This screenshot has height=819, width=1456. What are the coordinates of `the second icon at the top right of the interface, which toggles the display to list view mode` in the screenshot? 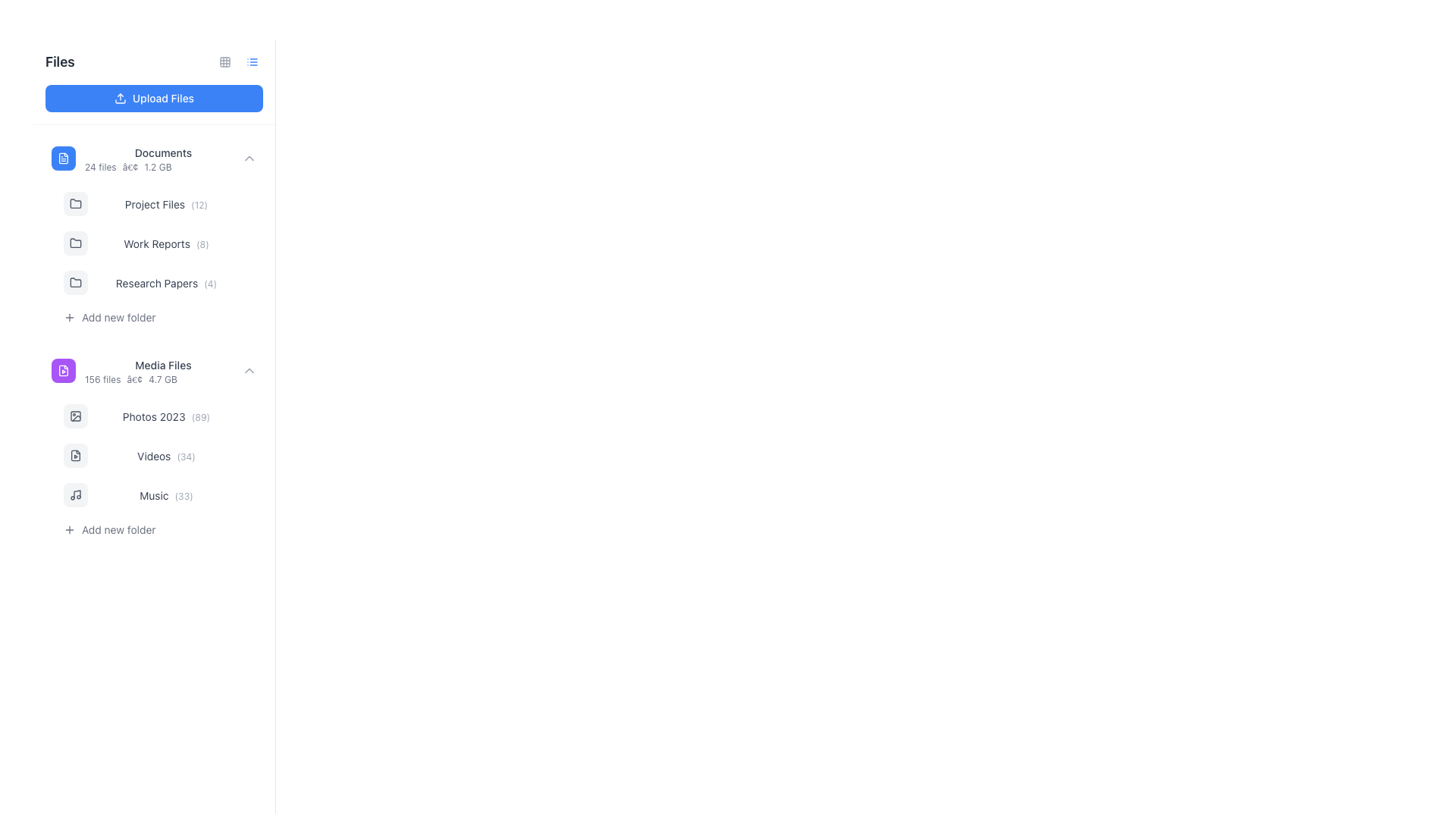 It's located at (252, 61).